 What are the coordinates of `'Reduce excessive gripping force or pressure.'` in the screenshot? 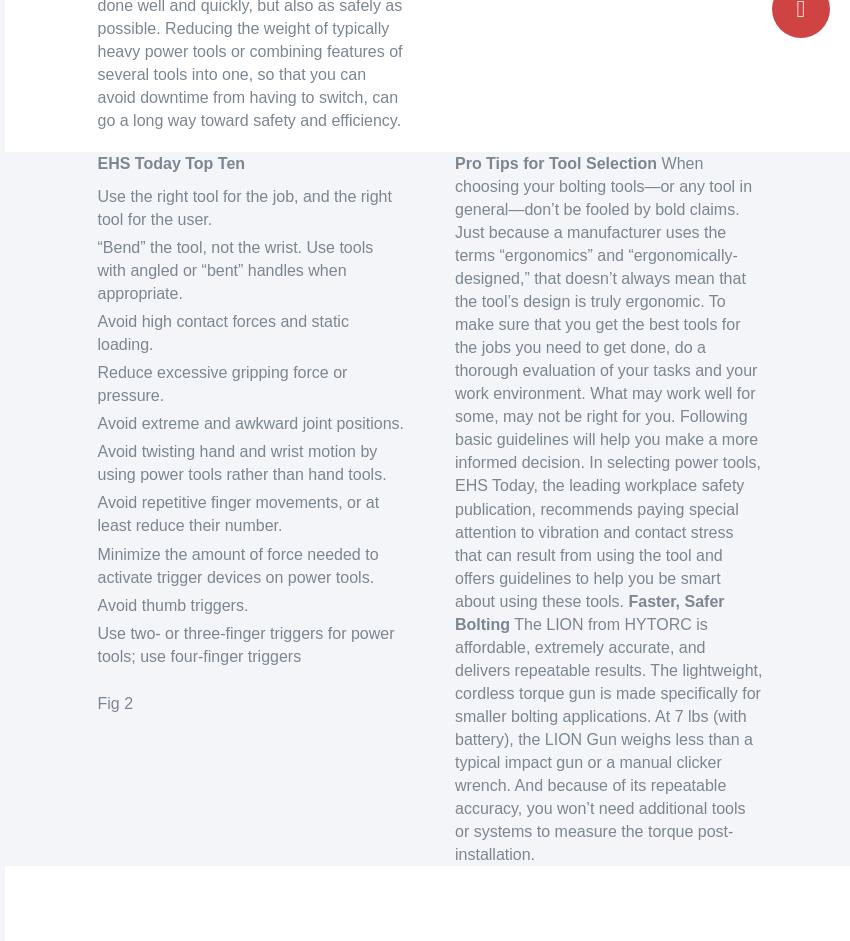 It's located at (222, 384).